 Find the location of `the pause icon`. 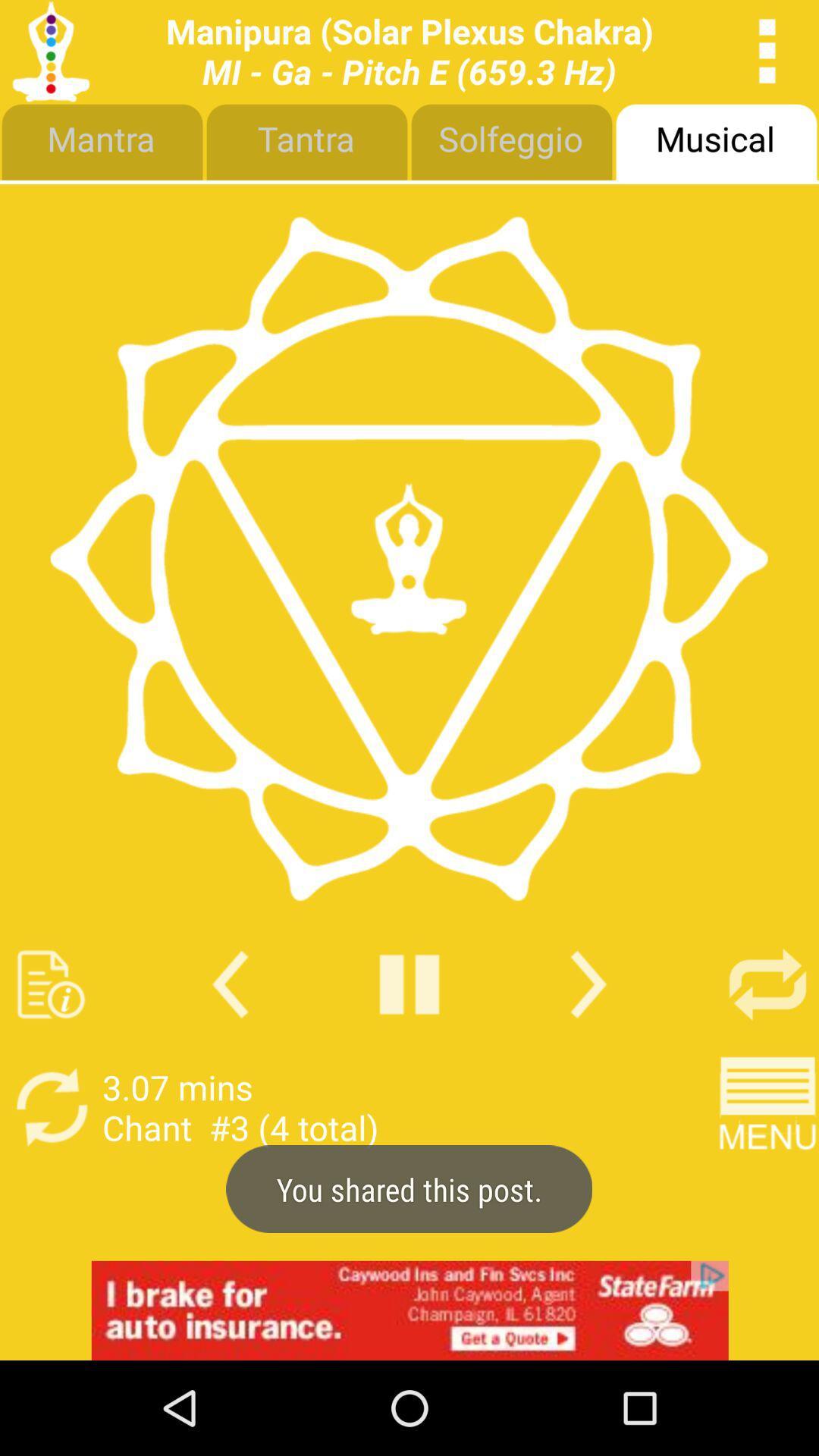

the pause icon is located at coordinates (409, 1053).